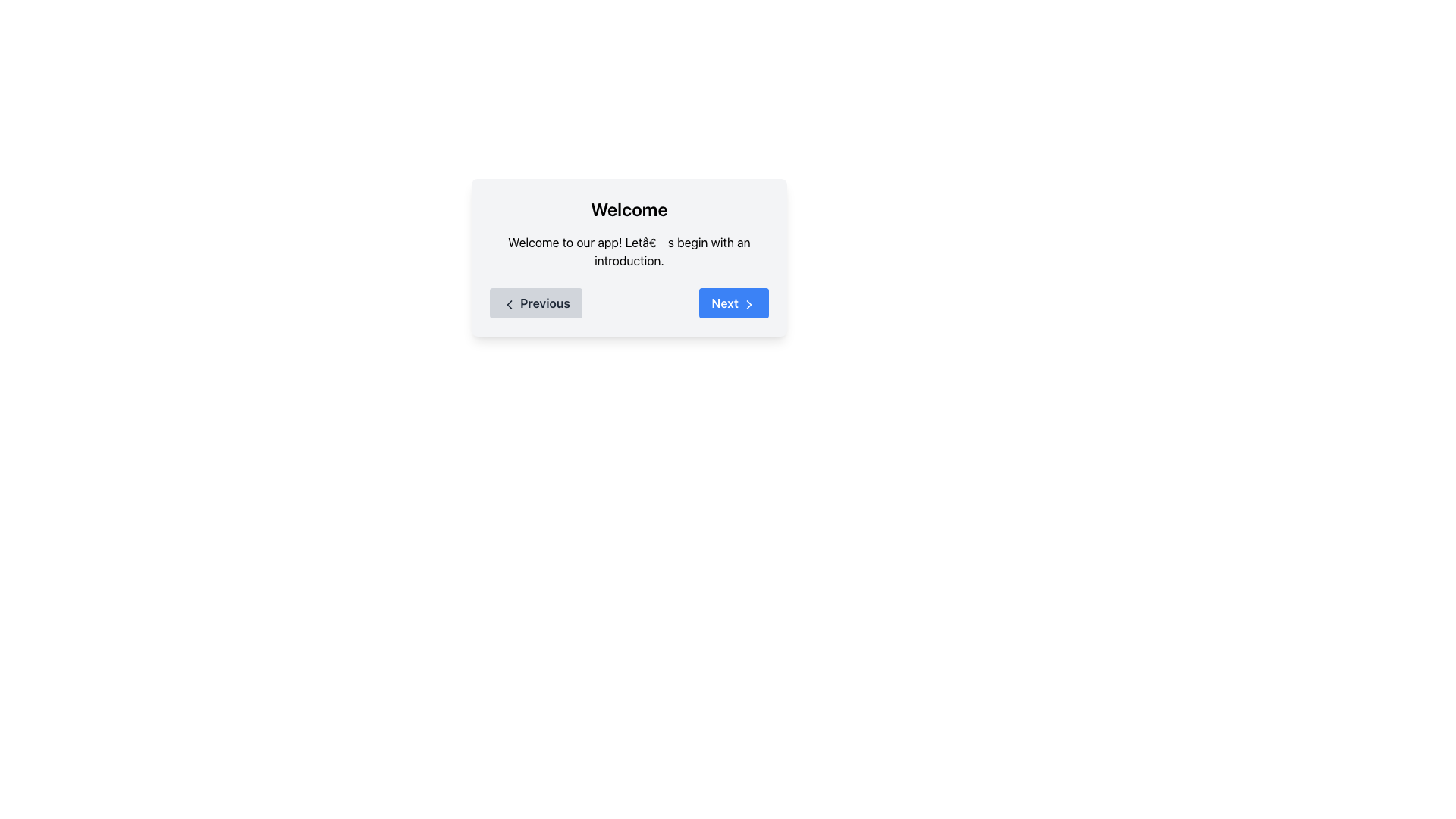 The height and width of the screenshot is (819, 1456). Describe the element at coordinates (748, 304) in the screenshot. I see `the right-facing chevron icon that is colored white and positioned centrally within the blue 'Next' button` at that location.